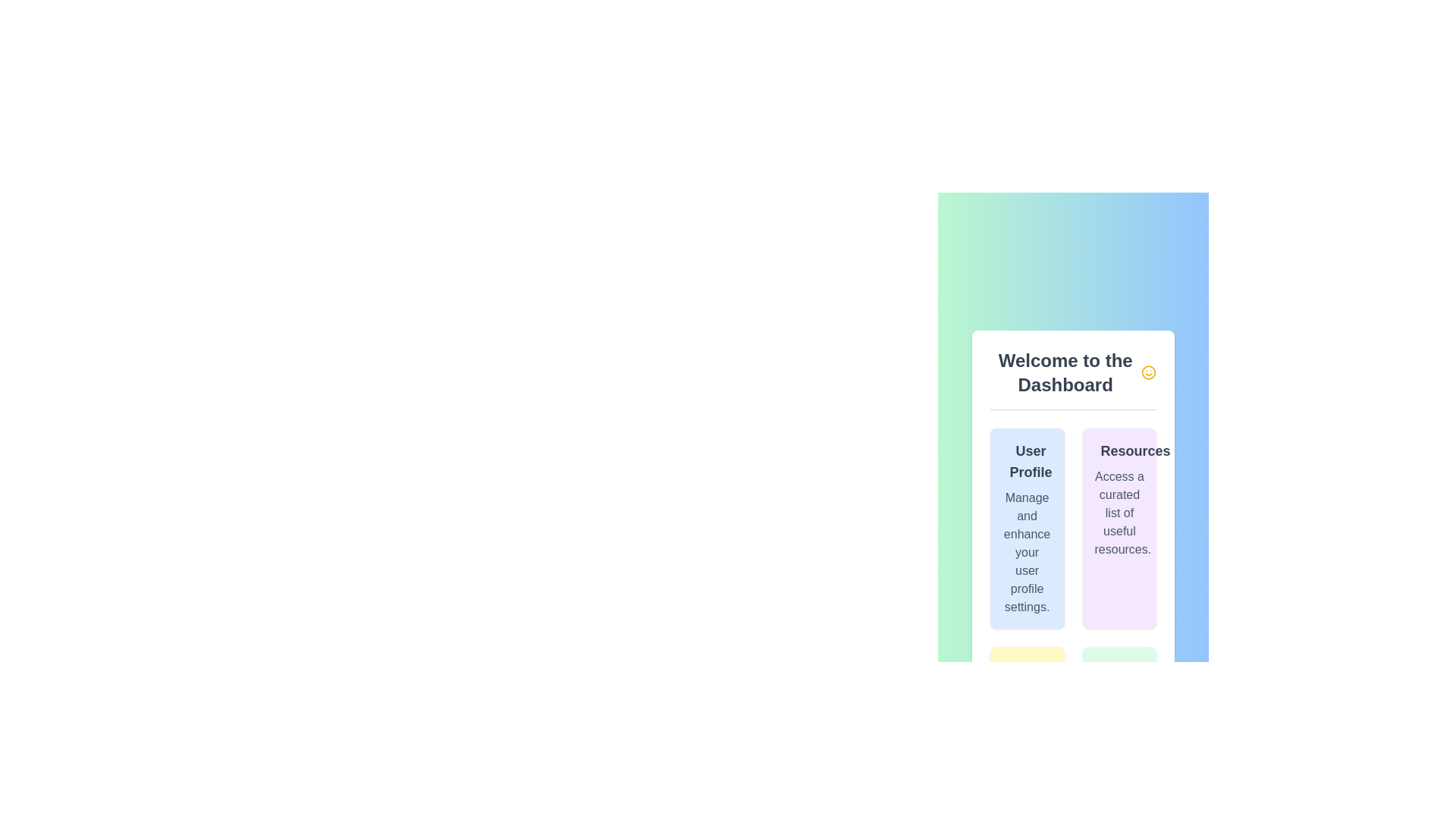 This screenshot has width=1456, height=819. Describe the element at coordinates (1027, 552) in the screenshot. I see `the descriptive text block that provides information about the 'User Profile' section, located directly below the 'User Profile' heading` at that location.